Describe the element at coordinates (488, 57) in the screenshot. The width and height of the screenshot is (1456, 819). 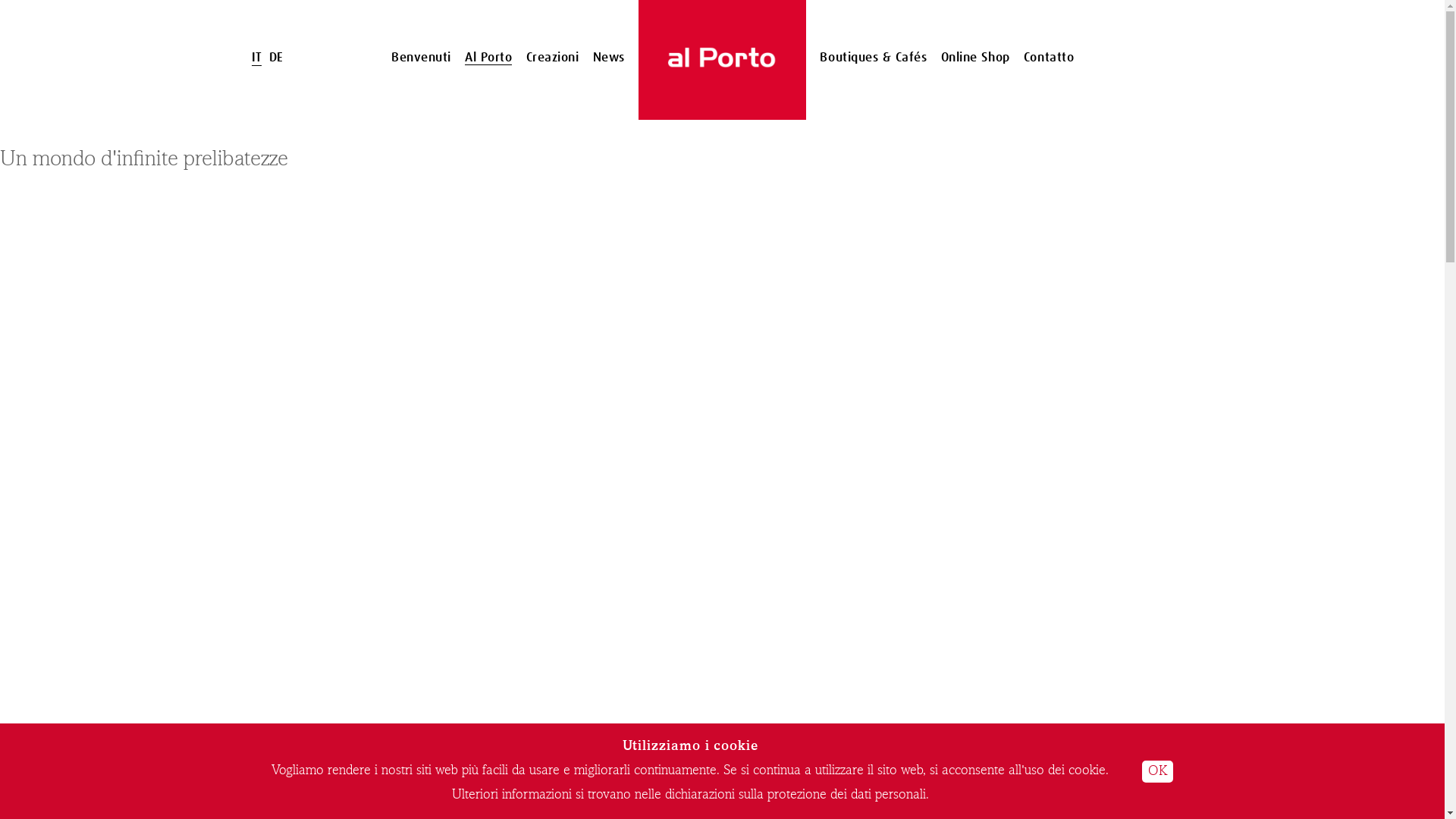
I see `'Al Porto'` at that location.